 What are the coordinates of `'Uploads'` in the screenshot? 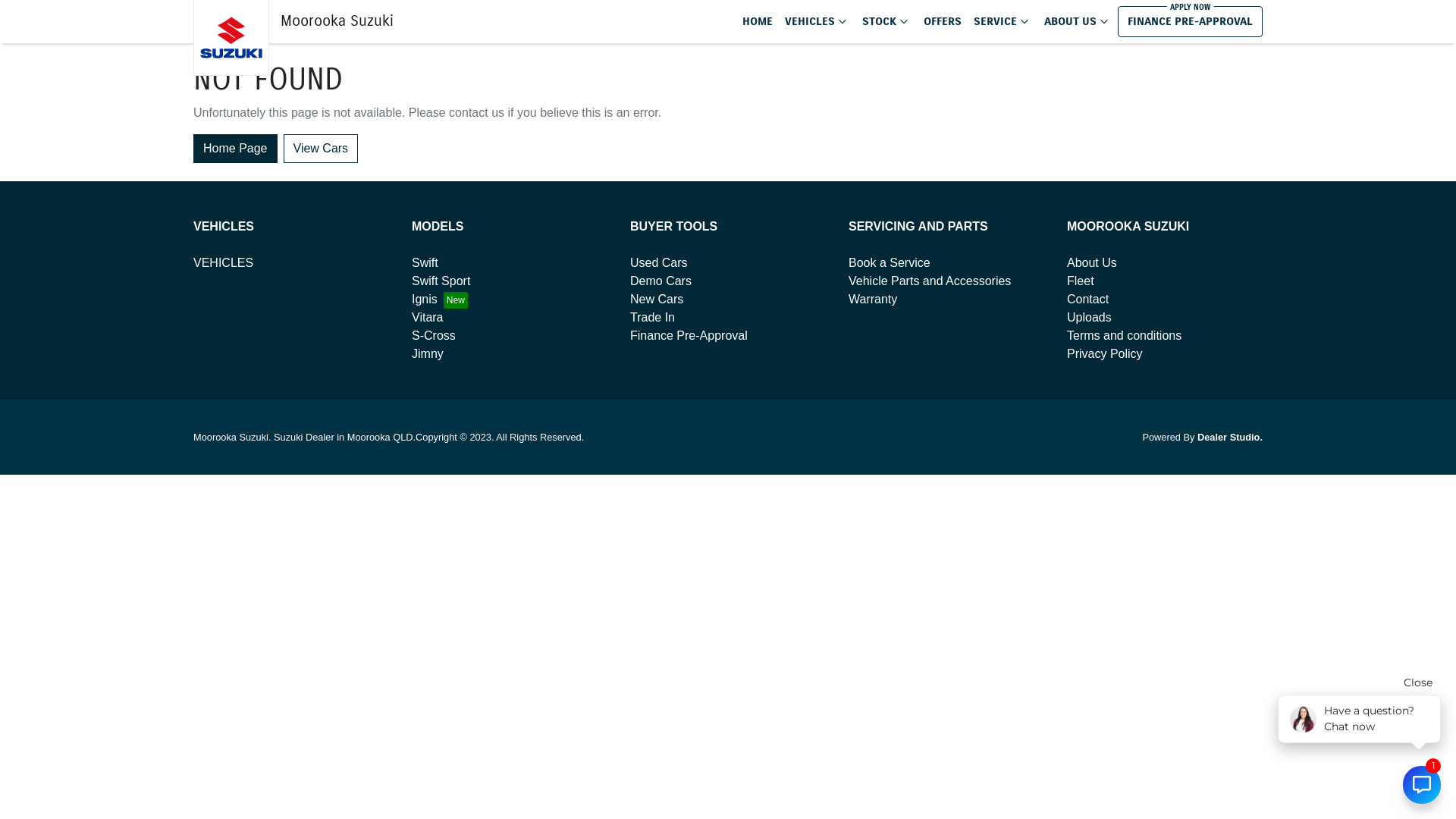 It's located at (1088, 316).